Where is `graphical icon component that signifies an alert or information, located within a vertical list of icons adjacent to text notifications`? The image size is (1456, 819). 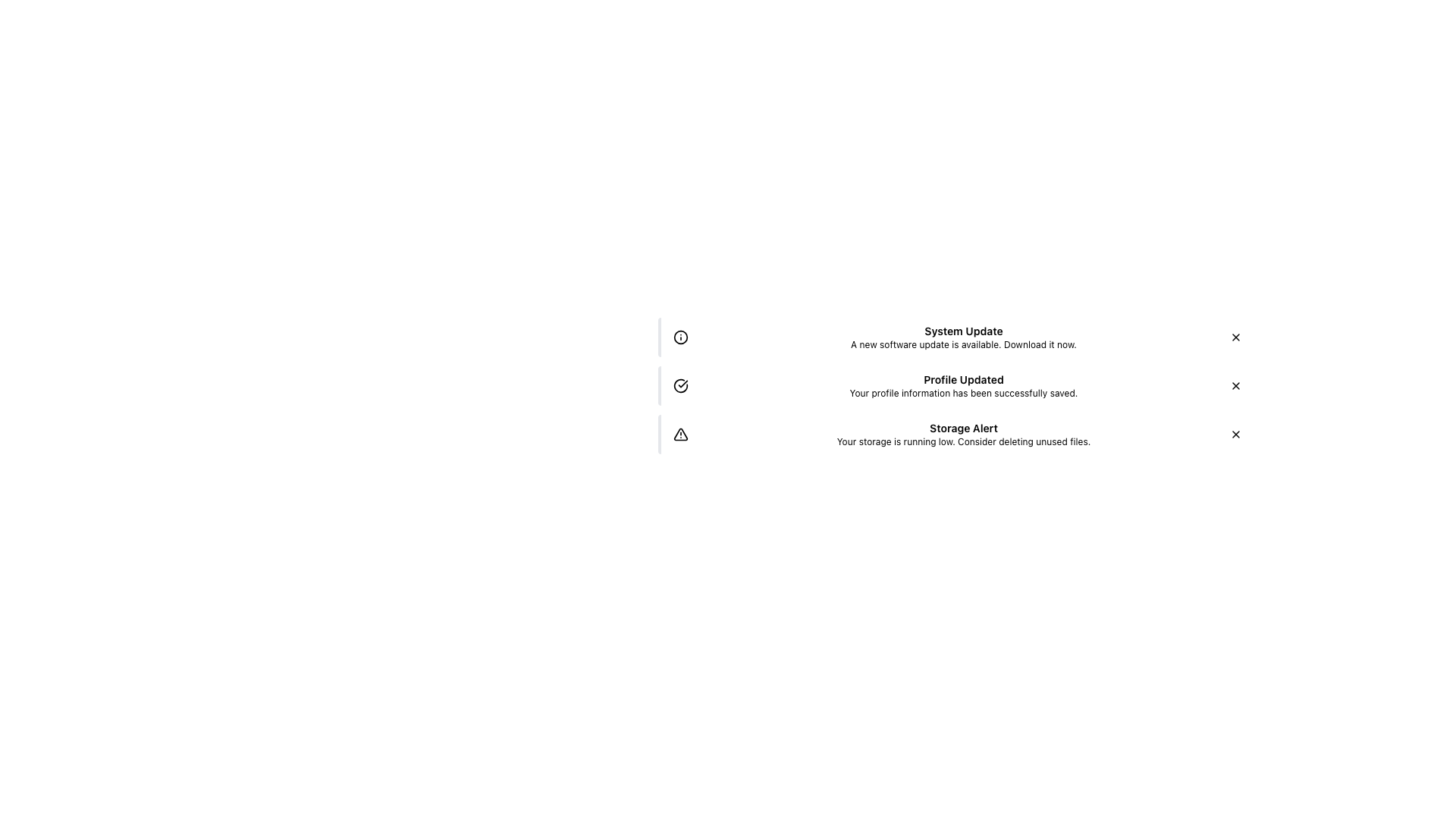
graphical icon component that signifies an alert or information, located within a vertical list of icons adjacent to text notifications is located at coordinates (679, 336).